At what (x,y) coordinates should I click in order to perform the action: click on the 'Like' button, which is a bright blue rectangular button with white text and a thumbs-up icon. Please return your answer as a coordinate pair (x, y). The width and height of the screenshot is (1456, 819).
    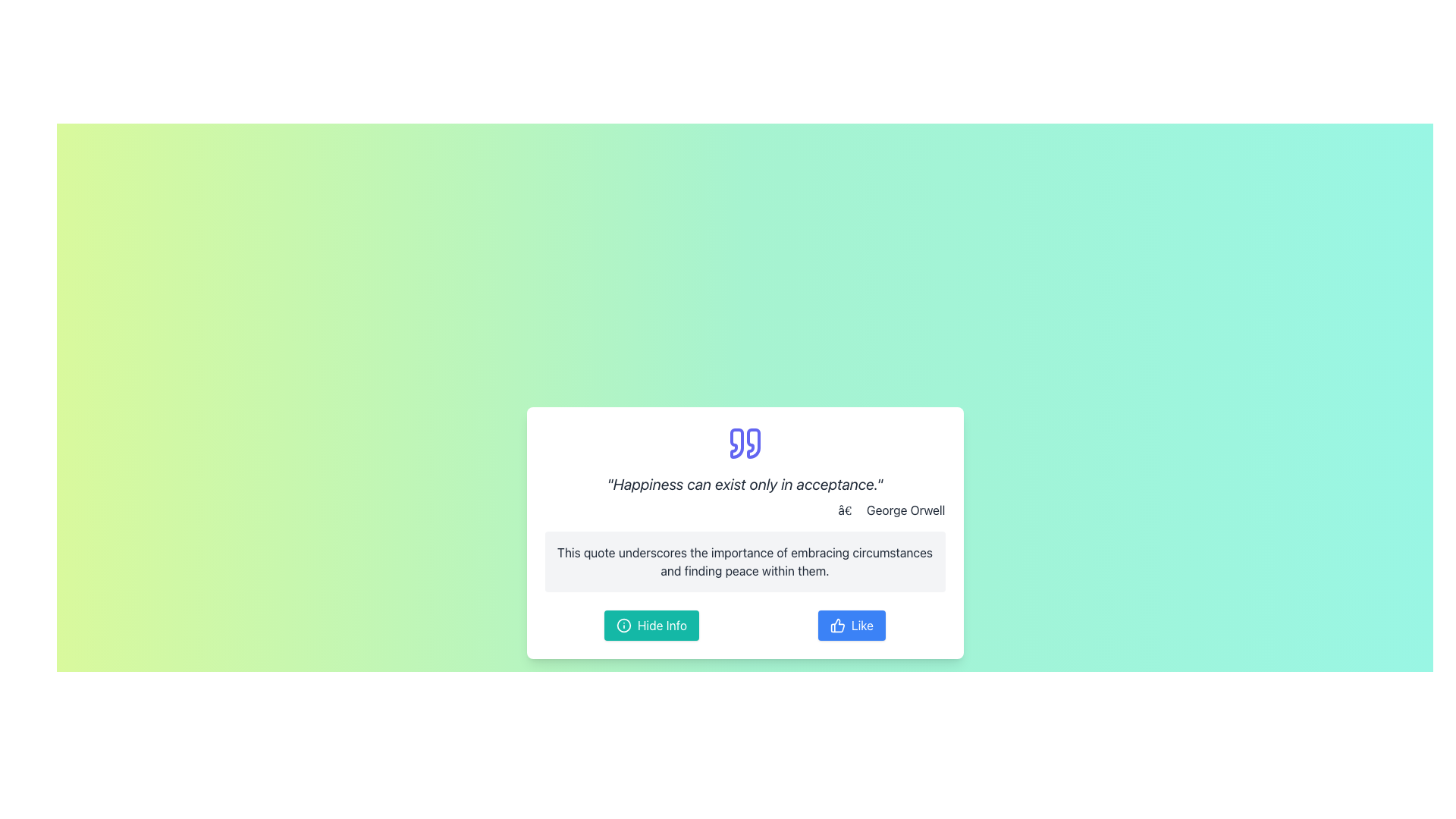
    Looking at the image, I should click on (852, 626).